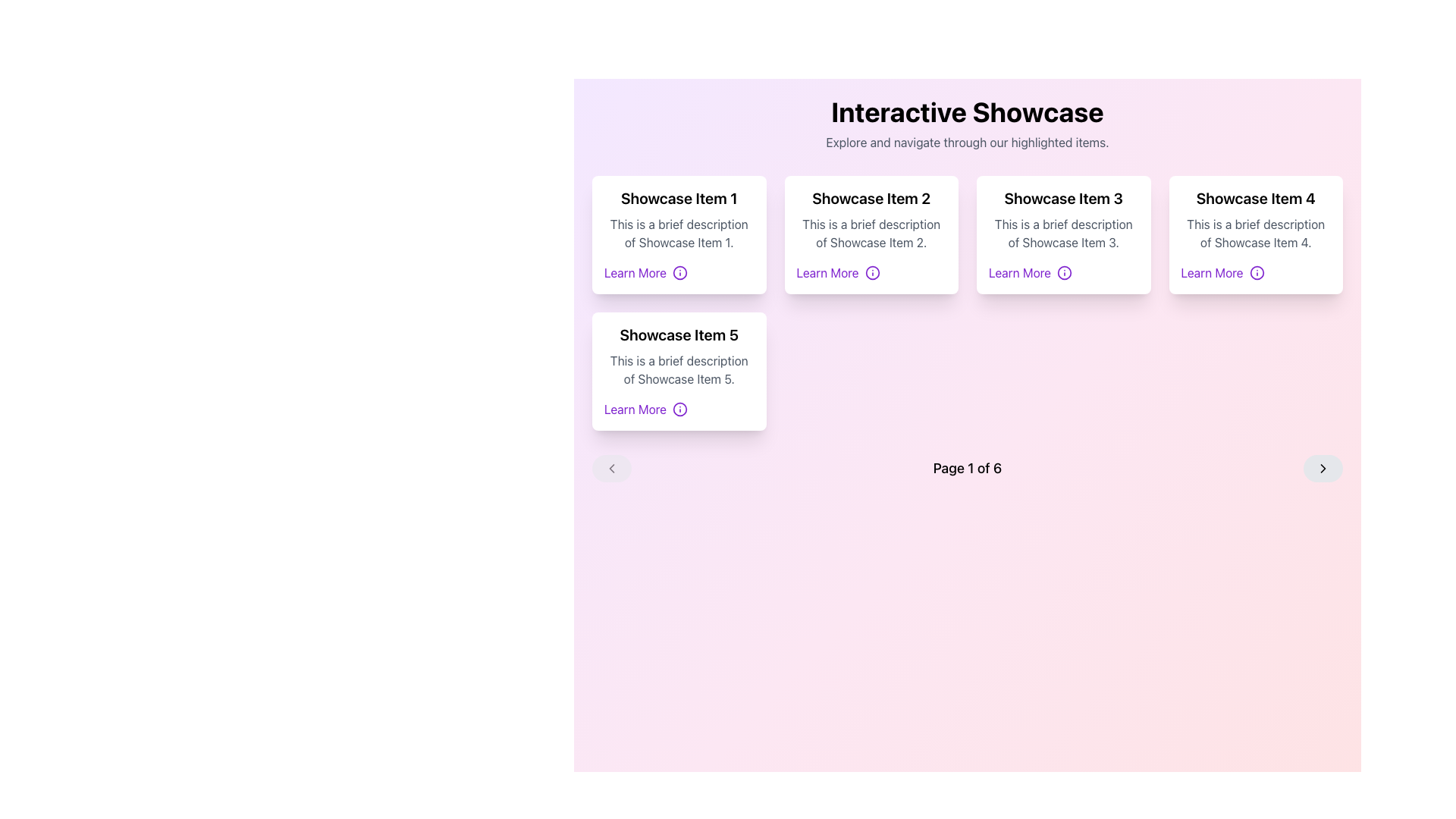 The width and height of the screenshot is (1456, 819). What do you see at coordinates (679, 409) in the screenshot?
I see `the decorative circular graphic within the 'Learn More' link section of the card for 'Showcase Item 5', which is styled with a thin border and is adjacent to the 'Learn More' text` at bounding box center [679, 409].